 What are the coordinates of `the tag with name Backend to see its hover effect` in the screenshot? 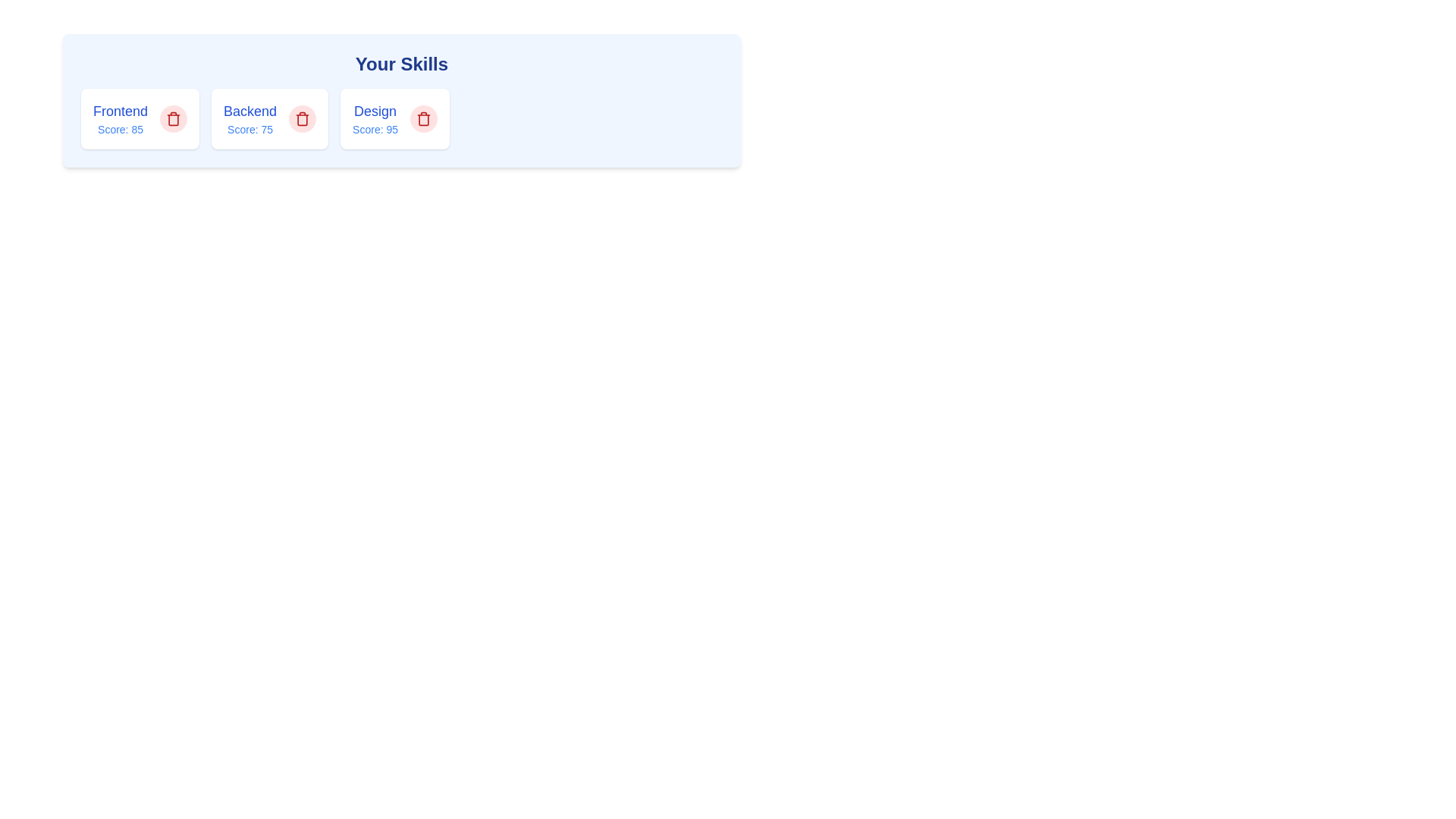 It's located at (250, 118).